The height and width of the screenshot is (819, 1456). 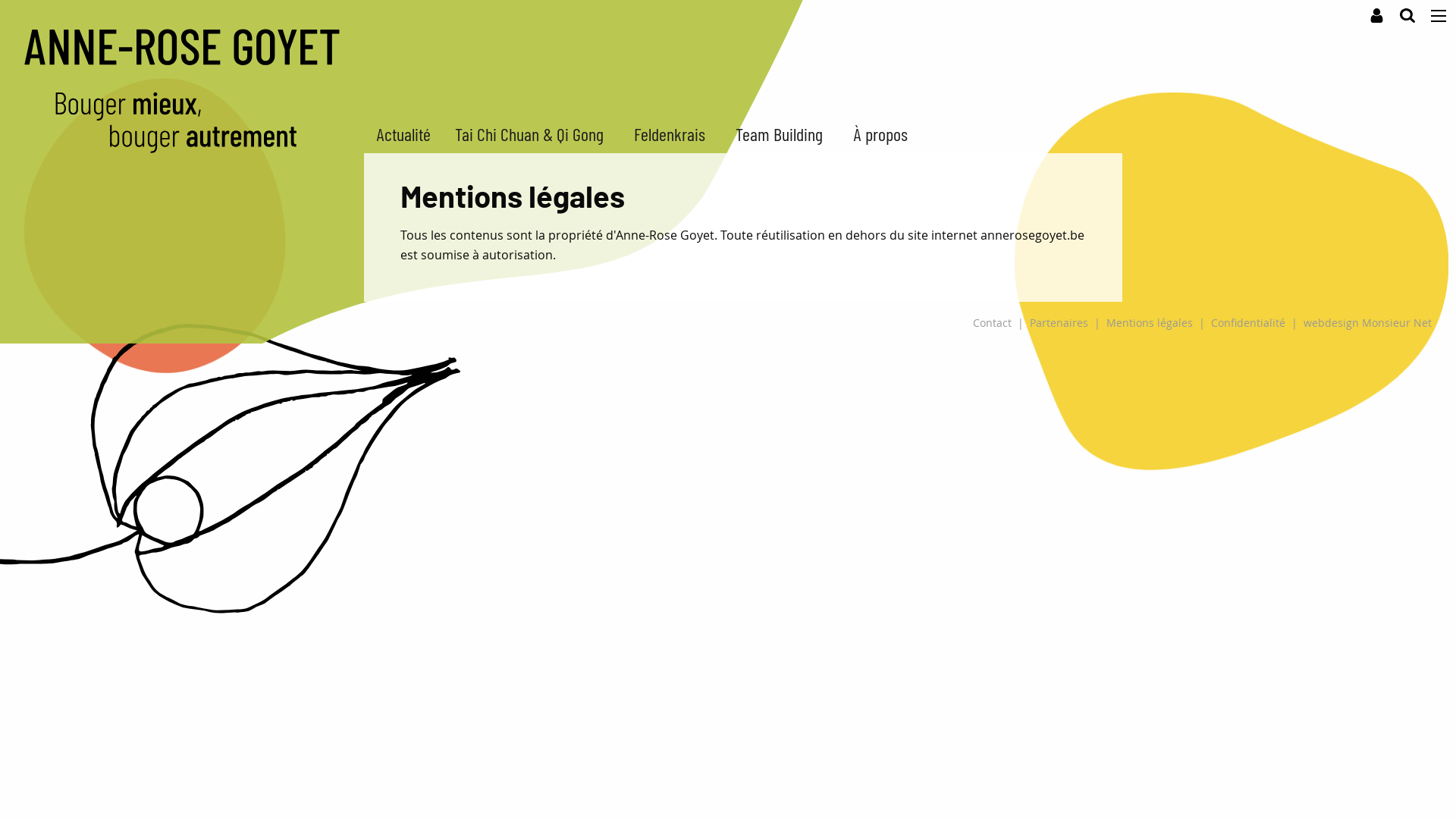 What do you see at coordinates (1058, 322) in the screenshot?
I see `'Partenaires'` at bounding box center [1058, 322].